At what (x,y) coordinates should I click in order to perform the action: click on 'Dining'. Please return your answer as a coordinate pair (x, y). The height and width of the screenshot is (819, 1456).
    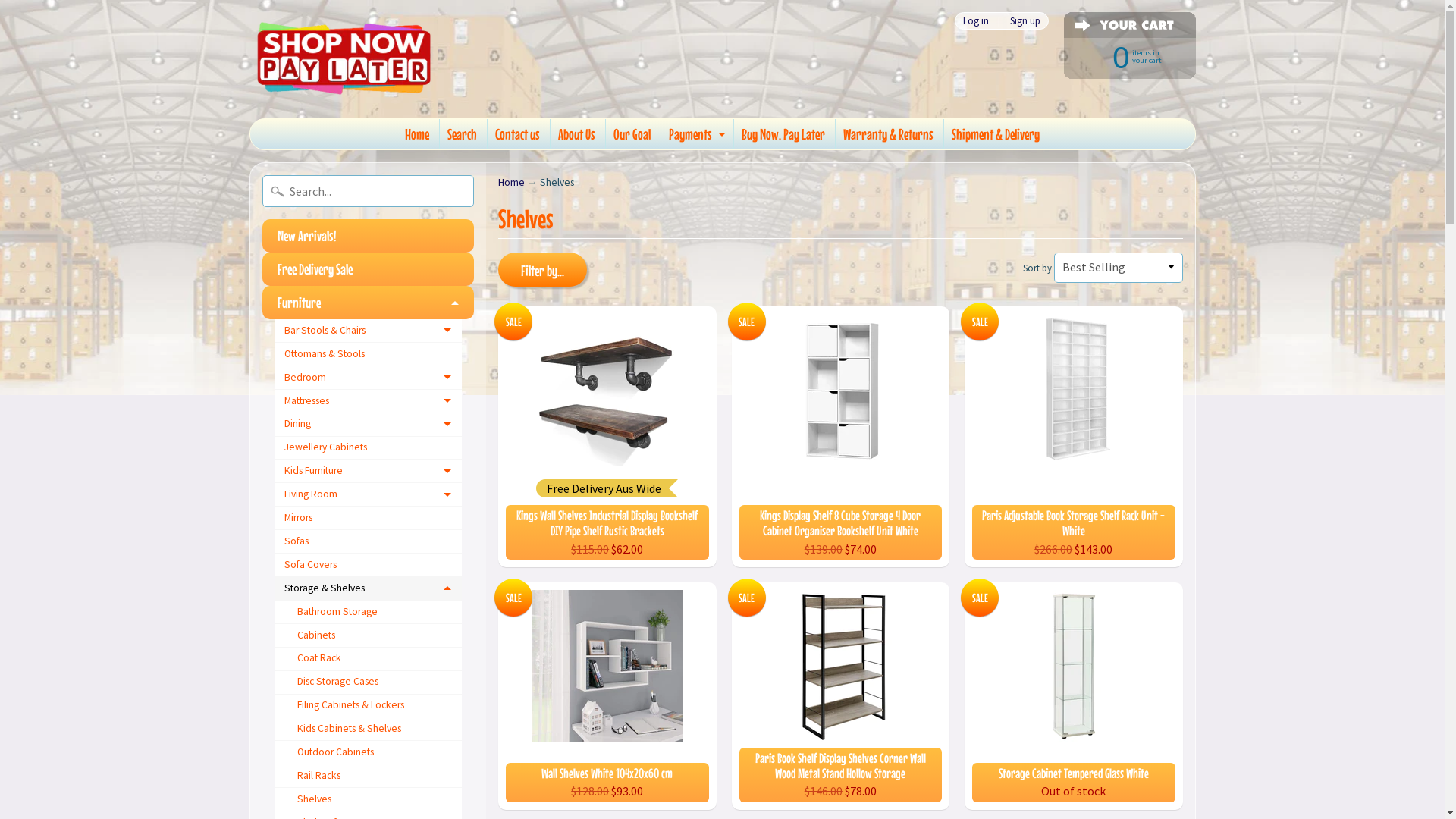
    Looking at the image, I should click on (274, 425).